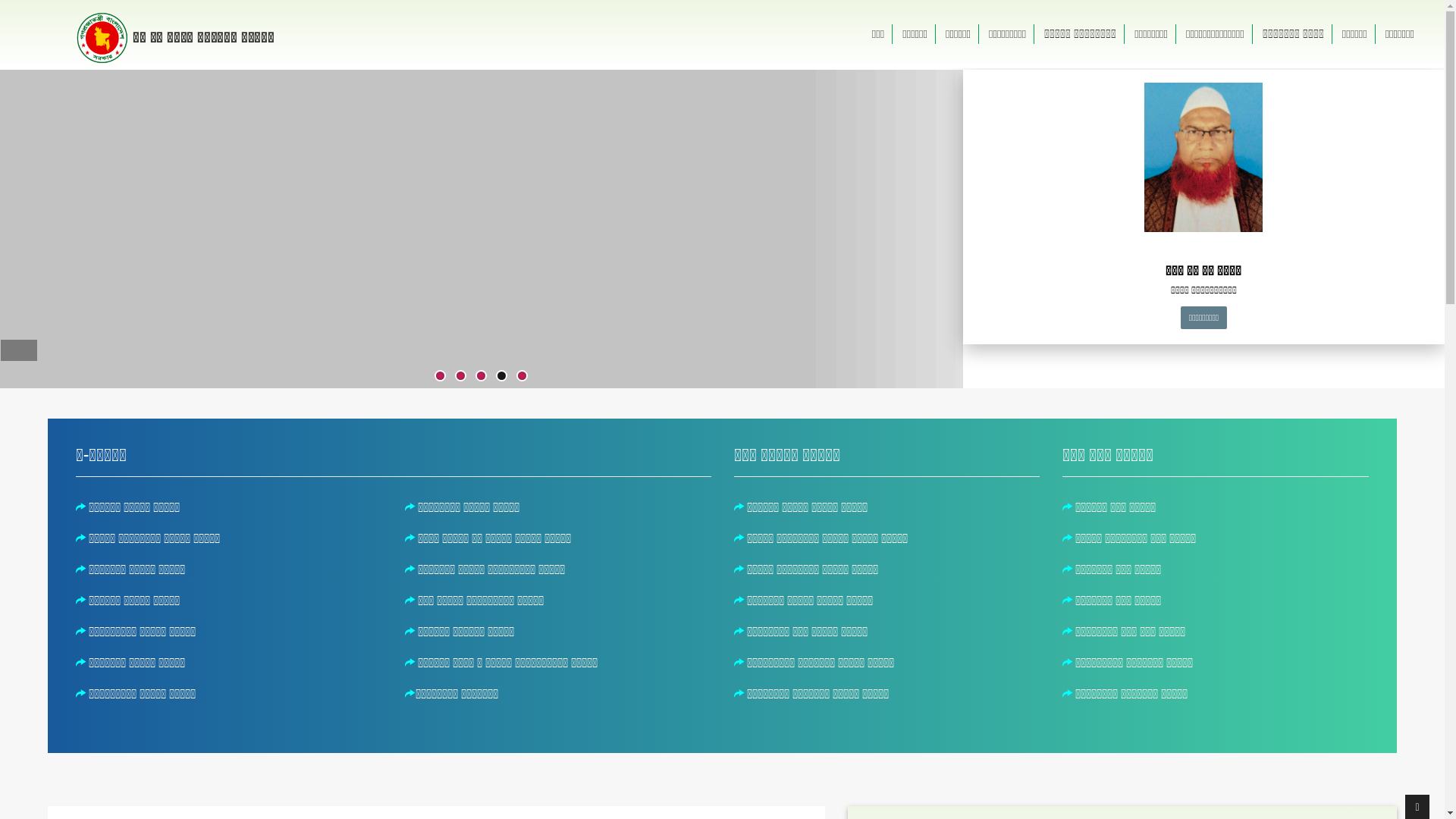  What do you see at coordinates (439, 375) in the screenshot?
I see `'1'` at bounding box center [439, 375].